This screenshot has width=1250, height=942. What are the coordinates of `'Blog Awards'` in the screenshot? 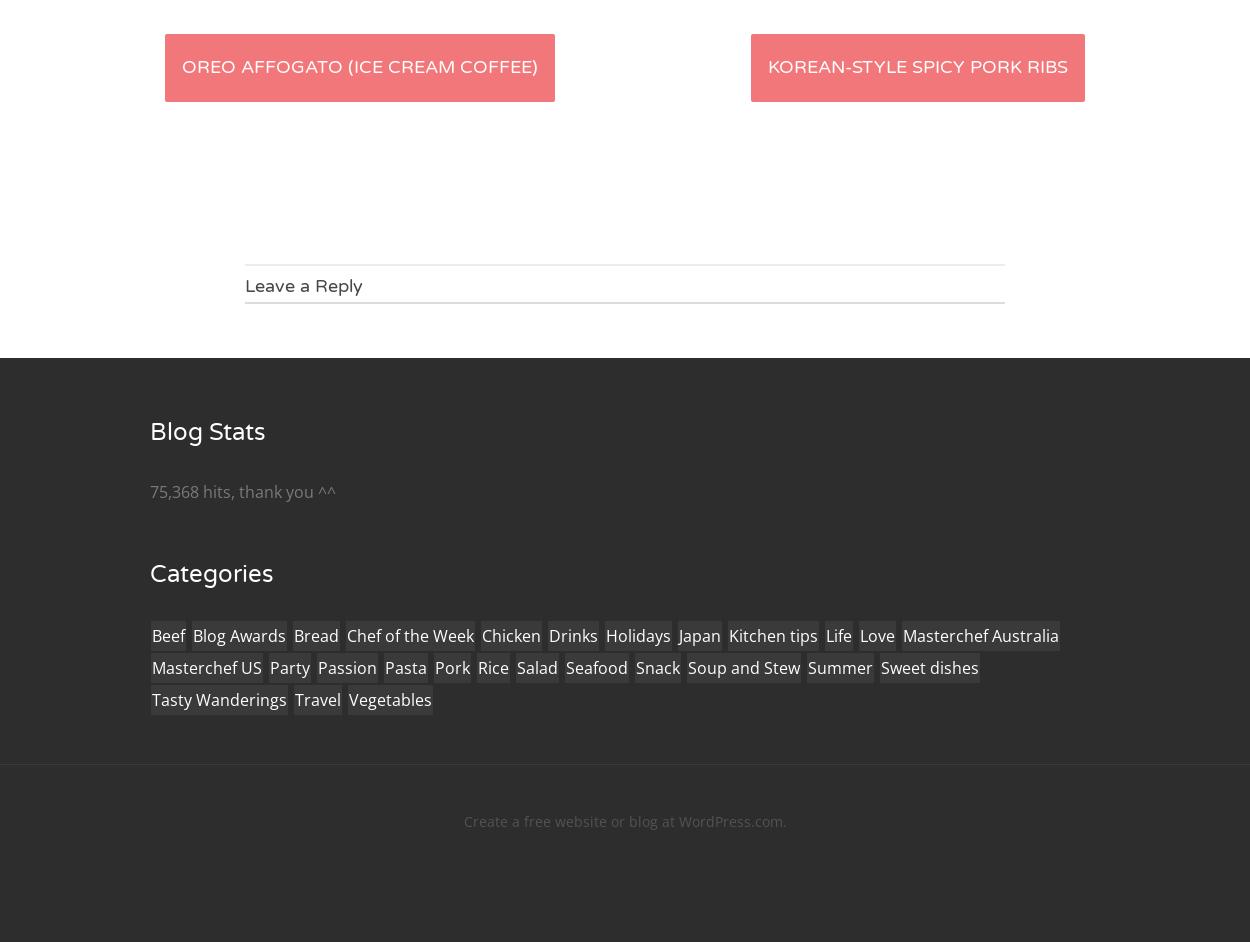 It's located at (192, 635).